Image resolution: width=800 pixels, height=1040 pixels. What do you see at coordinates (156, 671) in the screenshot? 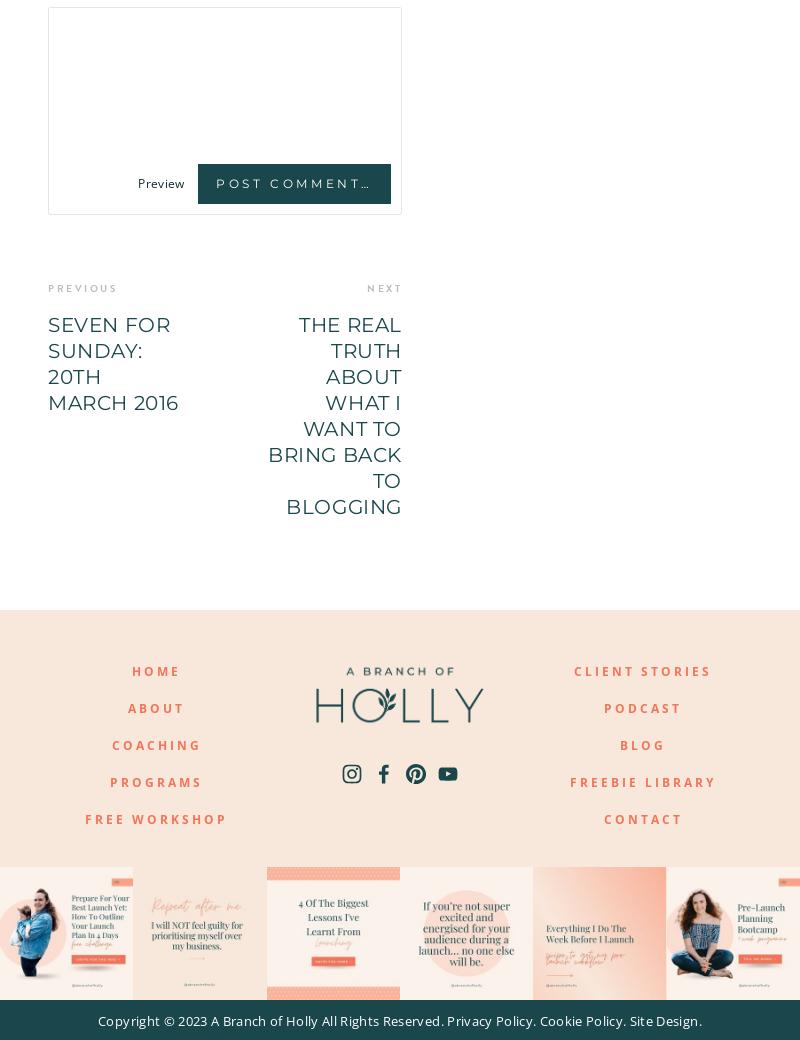
I see `'HOME'` at bounding box center [156, 671].